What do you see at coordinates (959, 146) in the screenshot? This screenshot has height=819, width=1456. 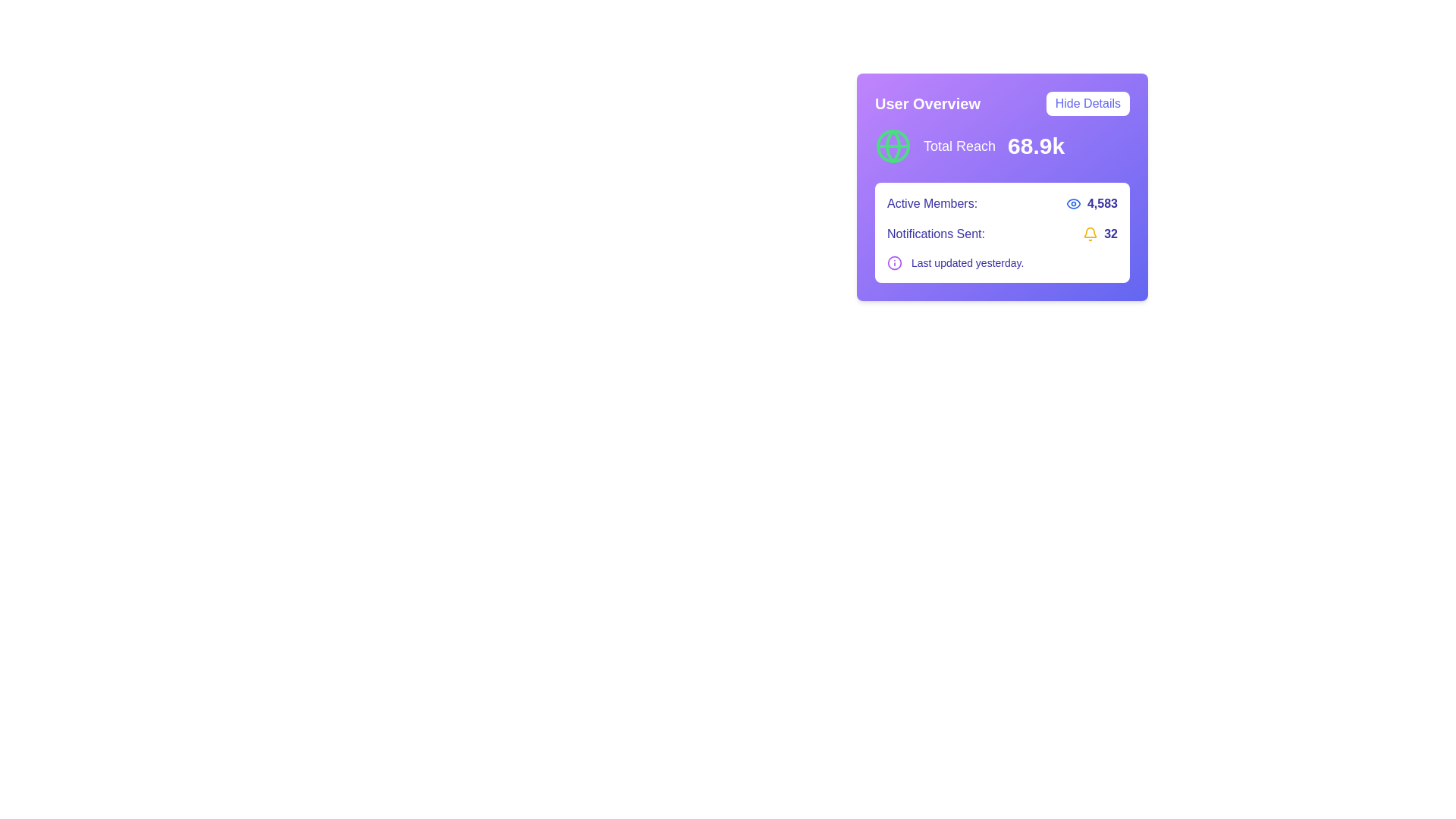 I see `the 'Total Reach' label element, which displays the text in a larger font size with a purple background and white text color, positioned within the 'User Overview' panel and aligned to the left of the '68.9k' text` at bounding box center [959, 146].